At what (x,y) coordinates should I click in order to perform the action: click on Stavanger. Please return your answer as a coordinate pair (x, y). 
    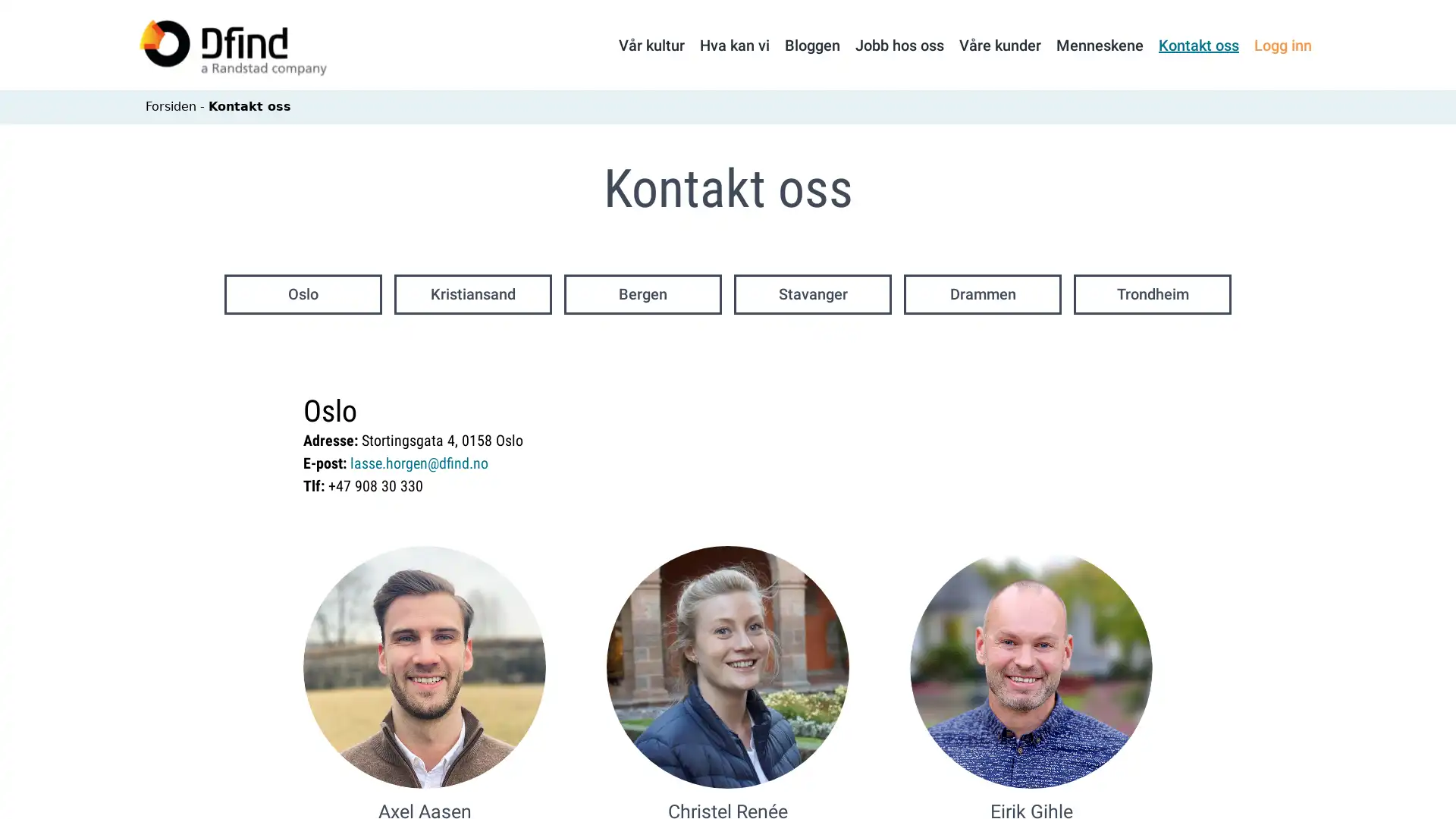
    Looking at the image, I should click on (811, 294).